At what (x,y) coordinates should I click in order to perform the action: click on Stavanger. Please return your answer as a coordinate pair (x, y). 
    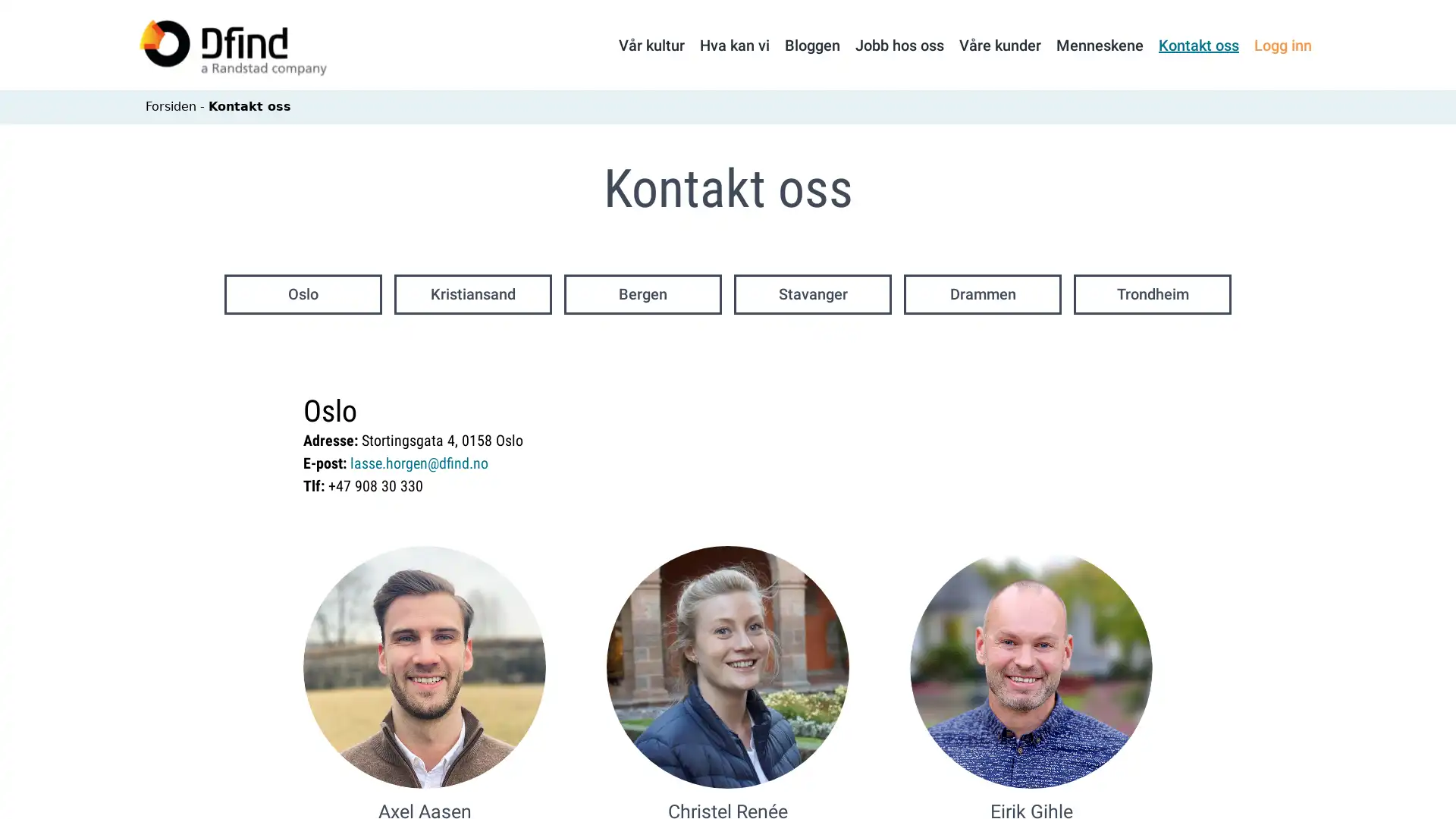
    Looking at the image, I should click on (811, 294).